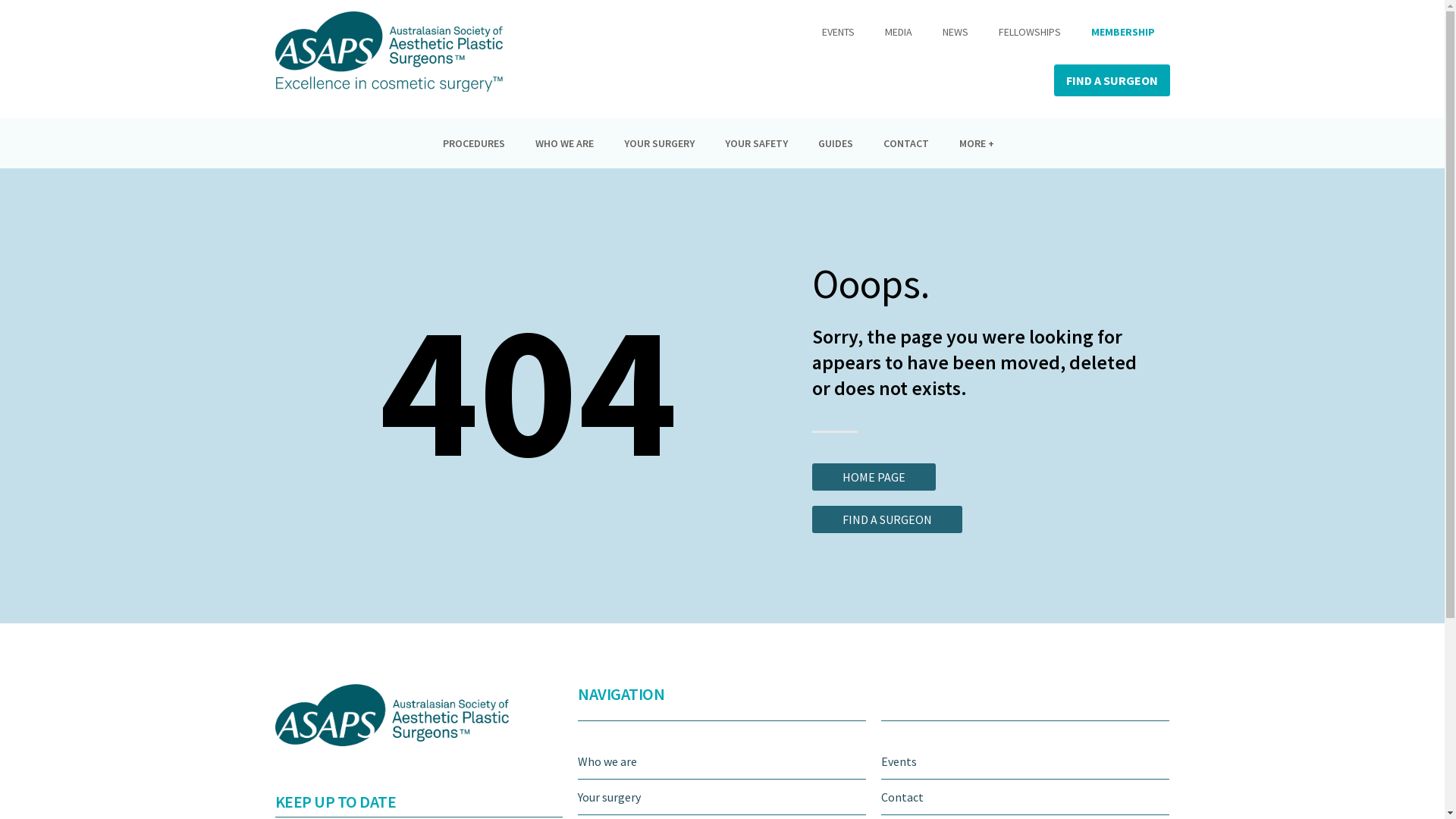  I want to click on 'MEMBERSHIP', so click(1122, 32).